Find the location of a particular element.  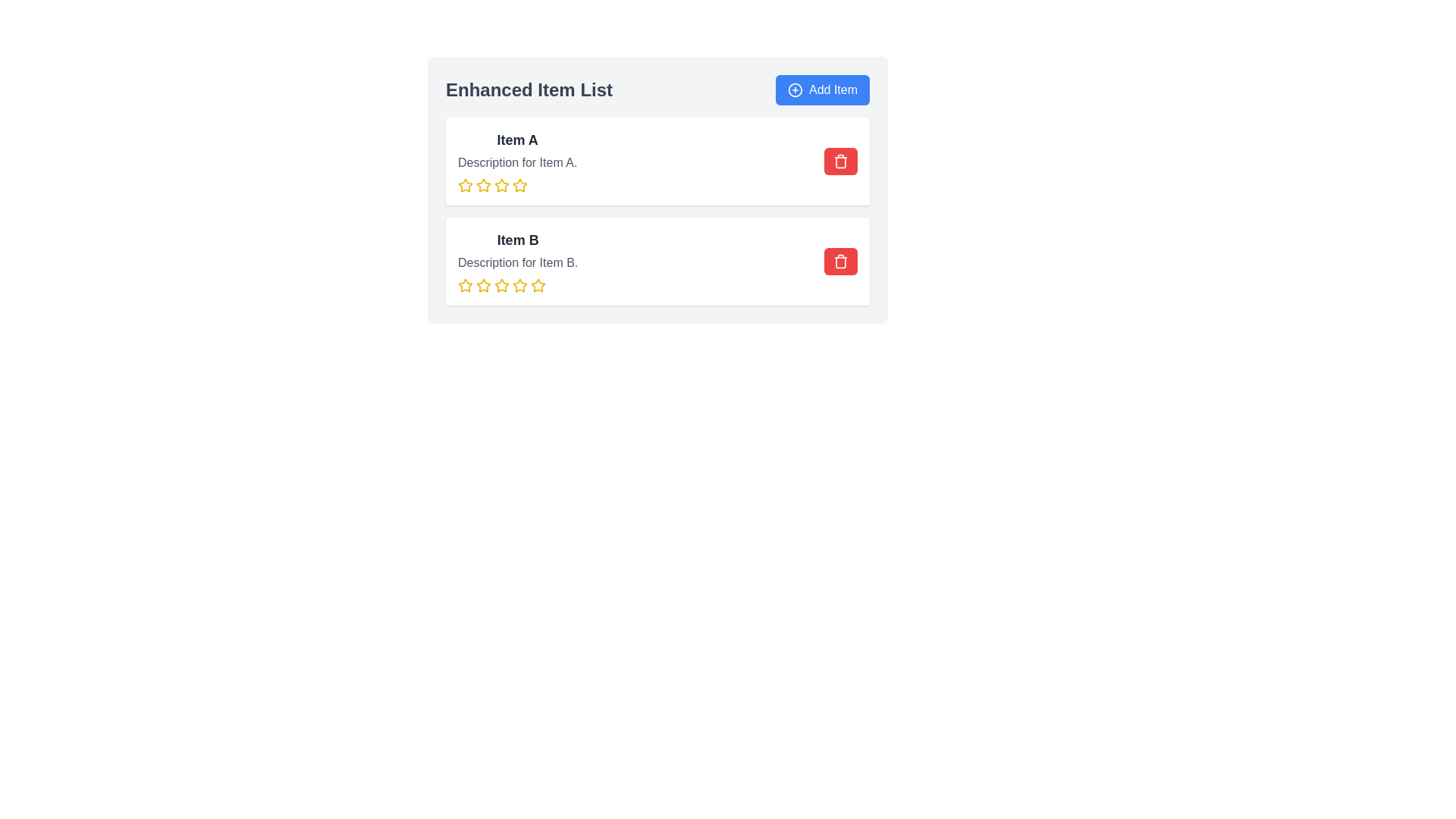

the 'Add New Item' button located on the top right corner of the 'Enhanced Item List' header section to trigger visual feedback is located at coordinates (821, 90).